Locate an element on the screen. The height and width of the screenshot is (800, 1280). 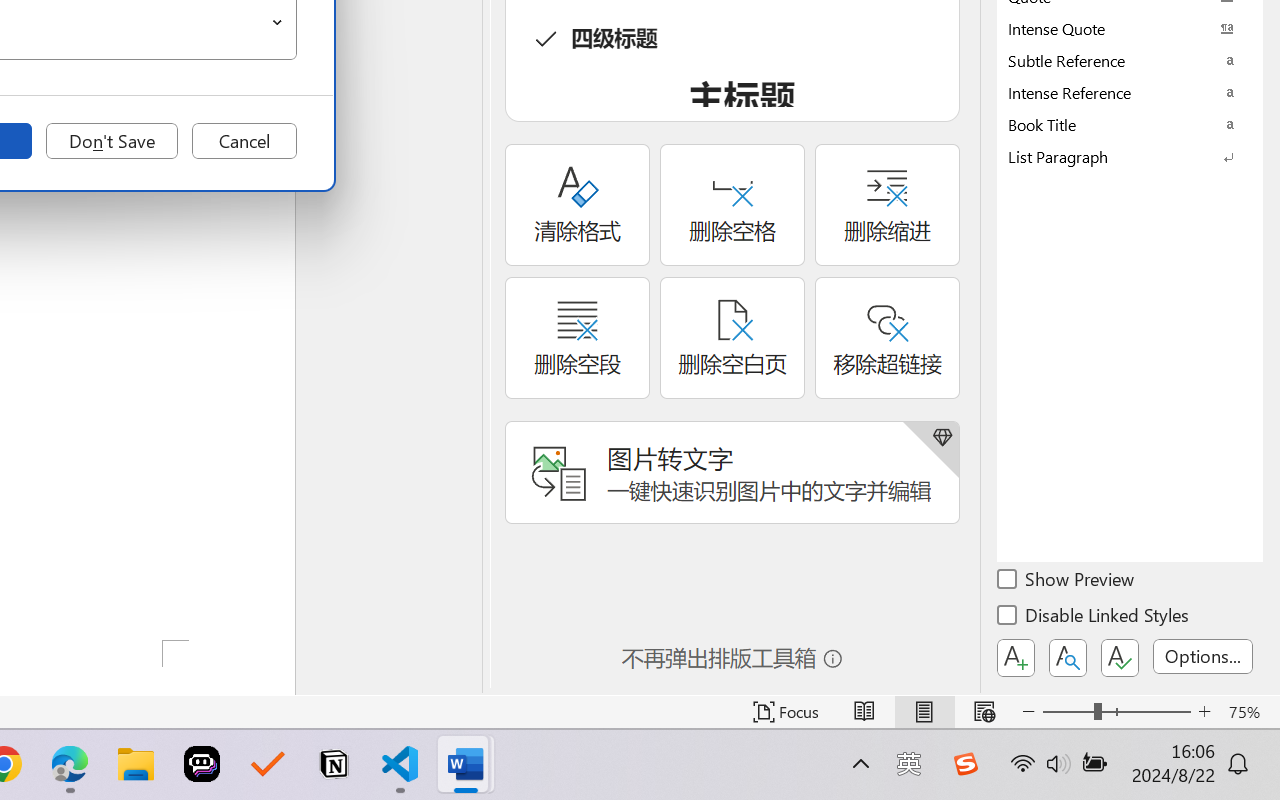
'Options...' is located at coordinates (1202, 655).